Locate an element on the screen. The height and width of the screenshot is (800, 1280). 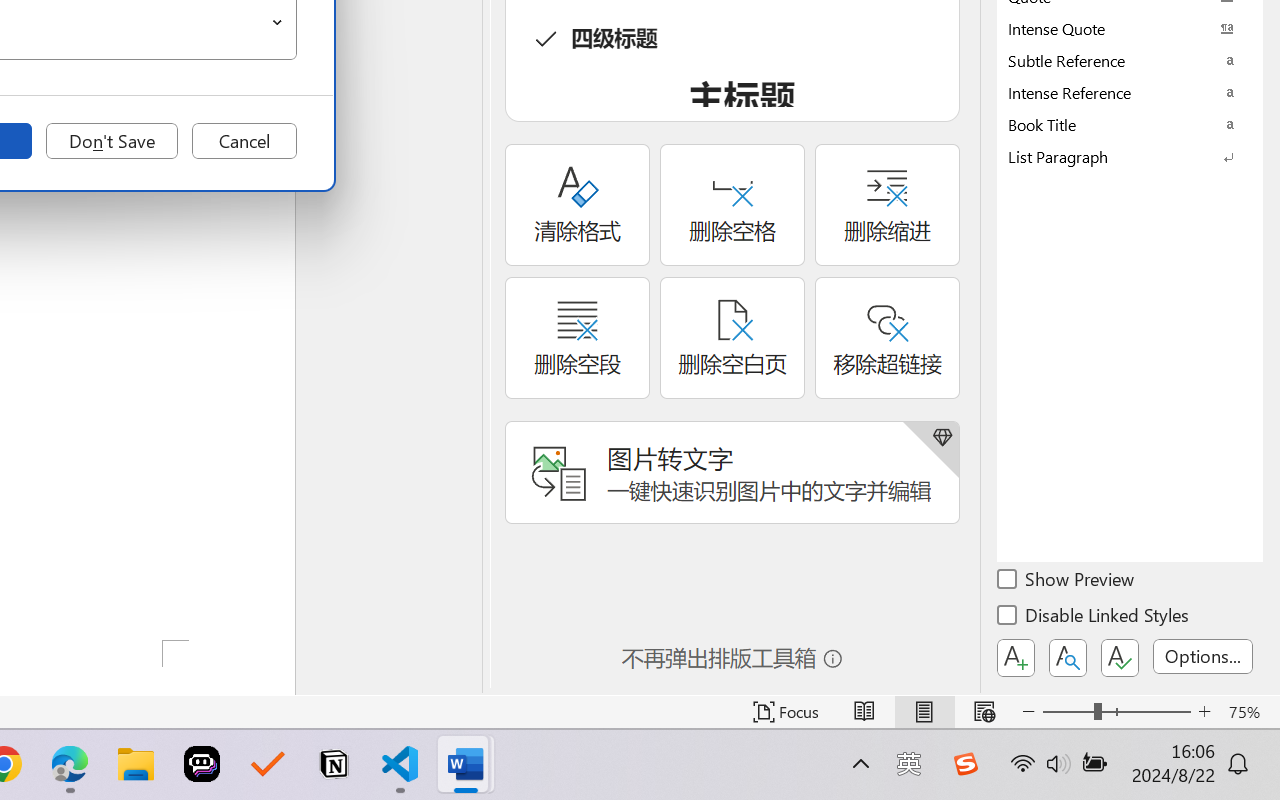
'Options...' is located at coordinates (1202, 655).